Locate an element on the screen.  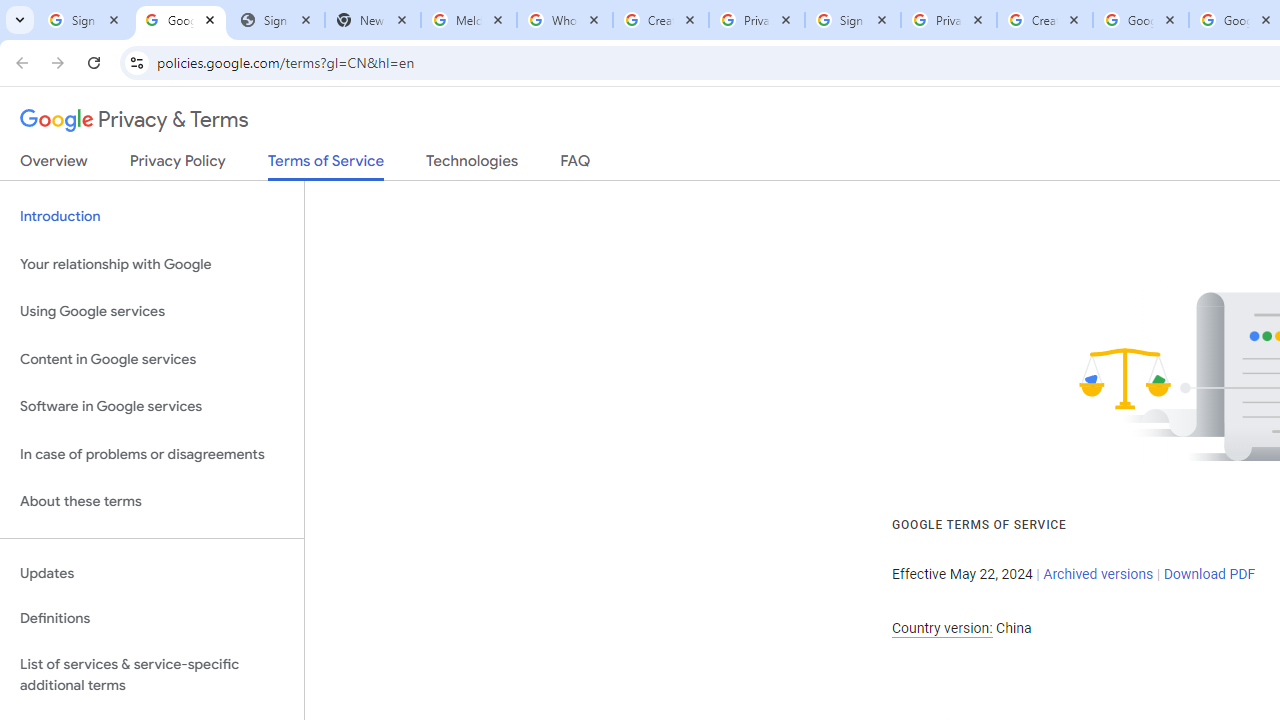
'System' is located at coordinates (10, 11).